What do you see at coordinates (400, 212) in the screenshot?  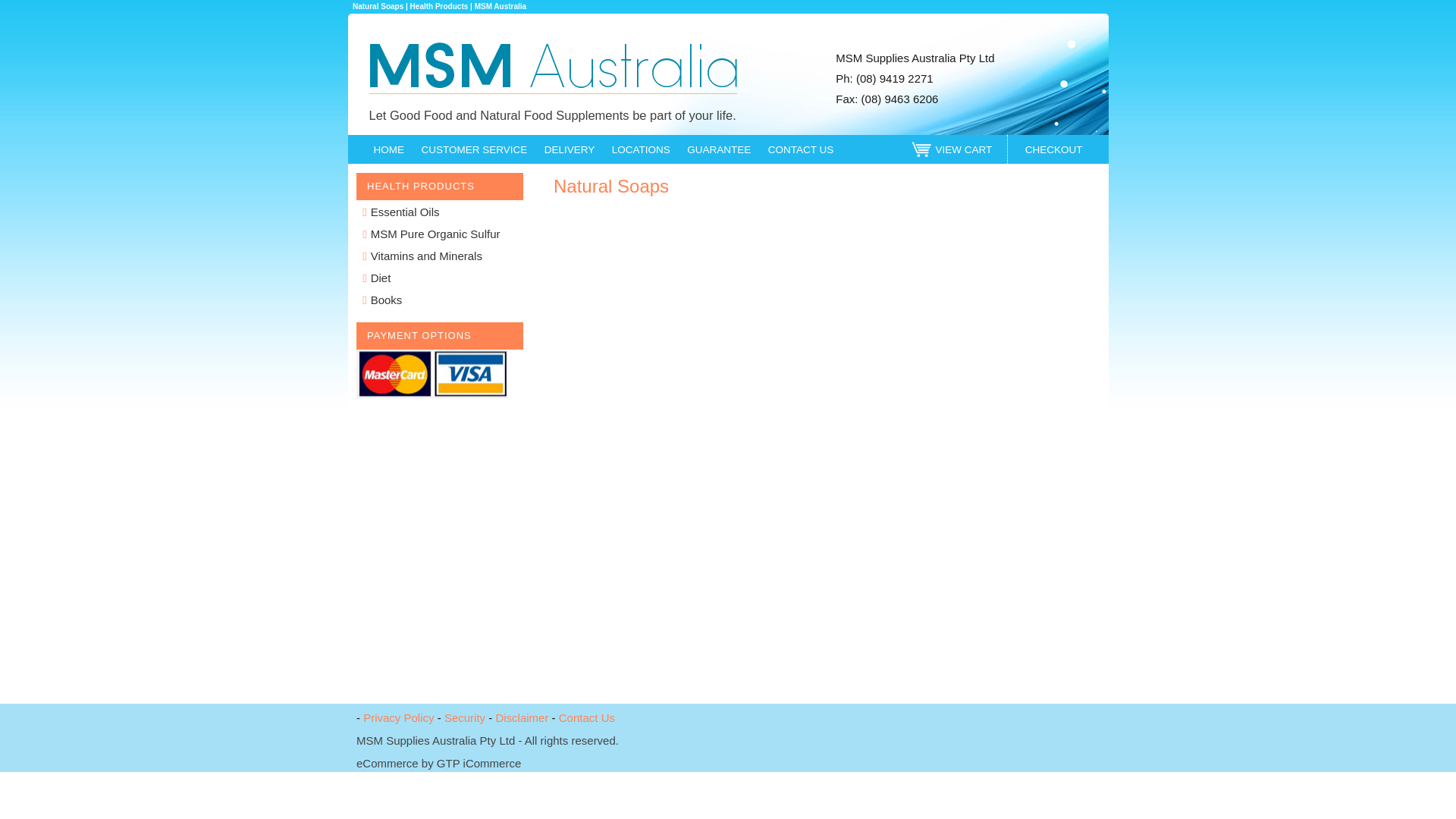 I see `'Essential Oils'` at bounding box center [400, 212].